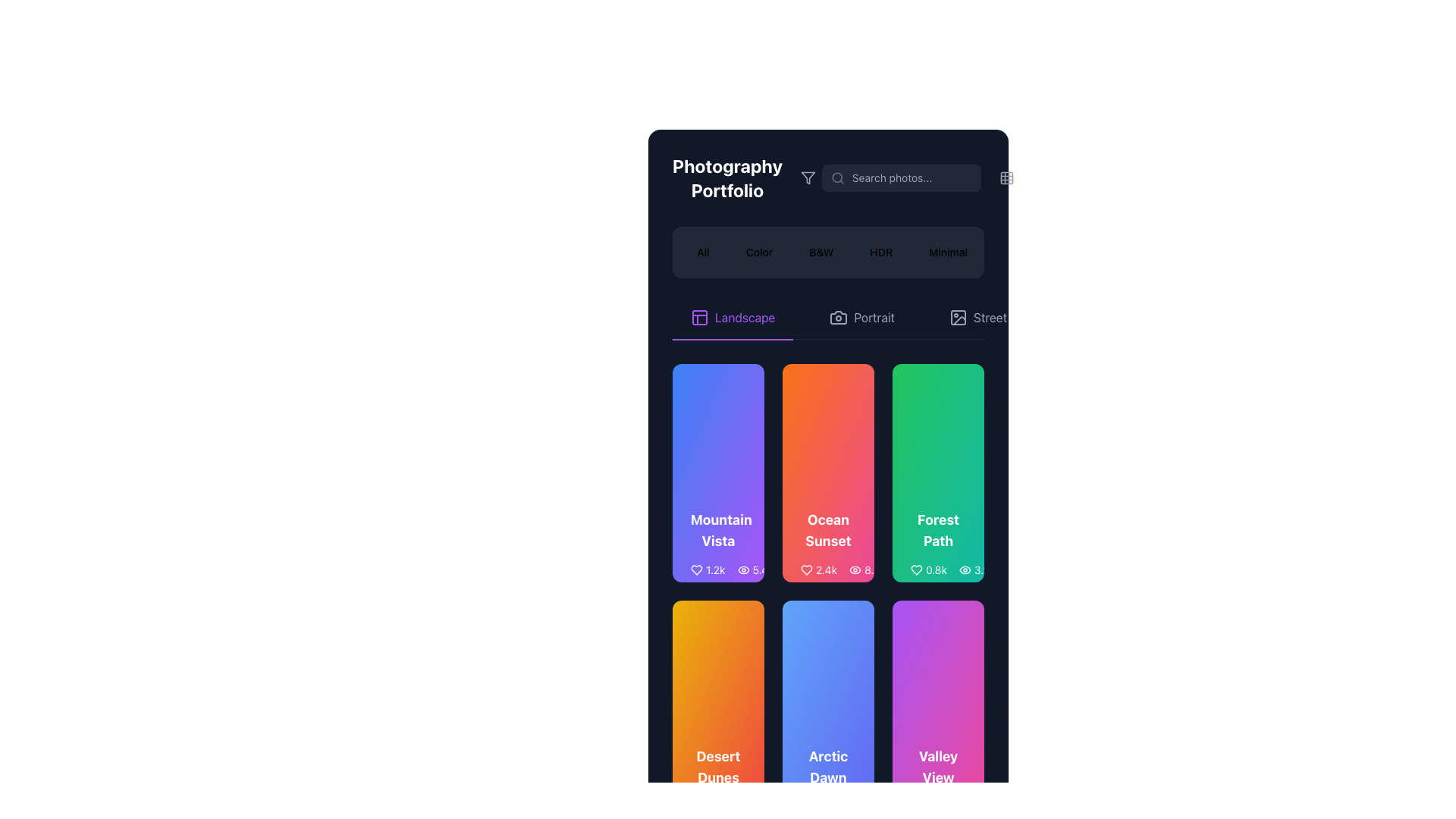  Describe the element at coordinates (698, 317) in the screenshot. I see `the icon positioned to the left of the text 'Landscape', which is a purple outline of a panel with a subdivided frame, located in the top middle section of the interface` at that location.